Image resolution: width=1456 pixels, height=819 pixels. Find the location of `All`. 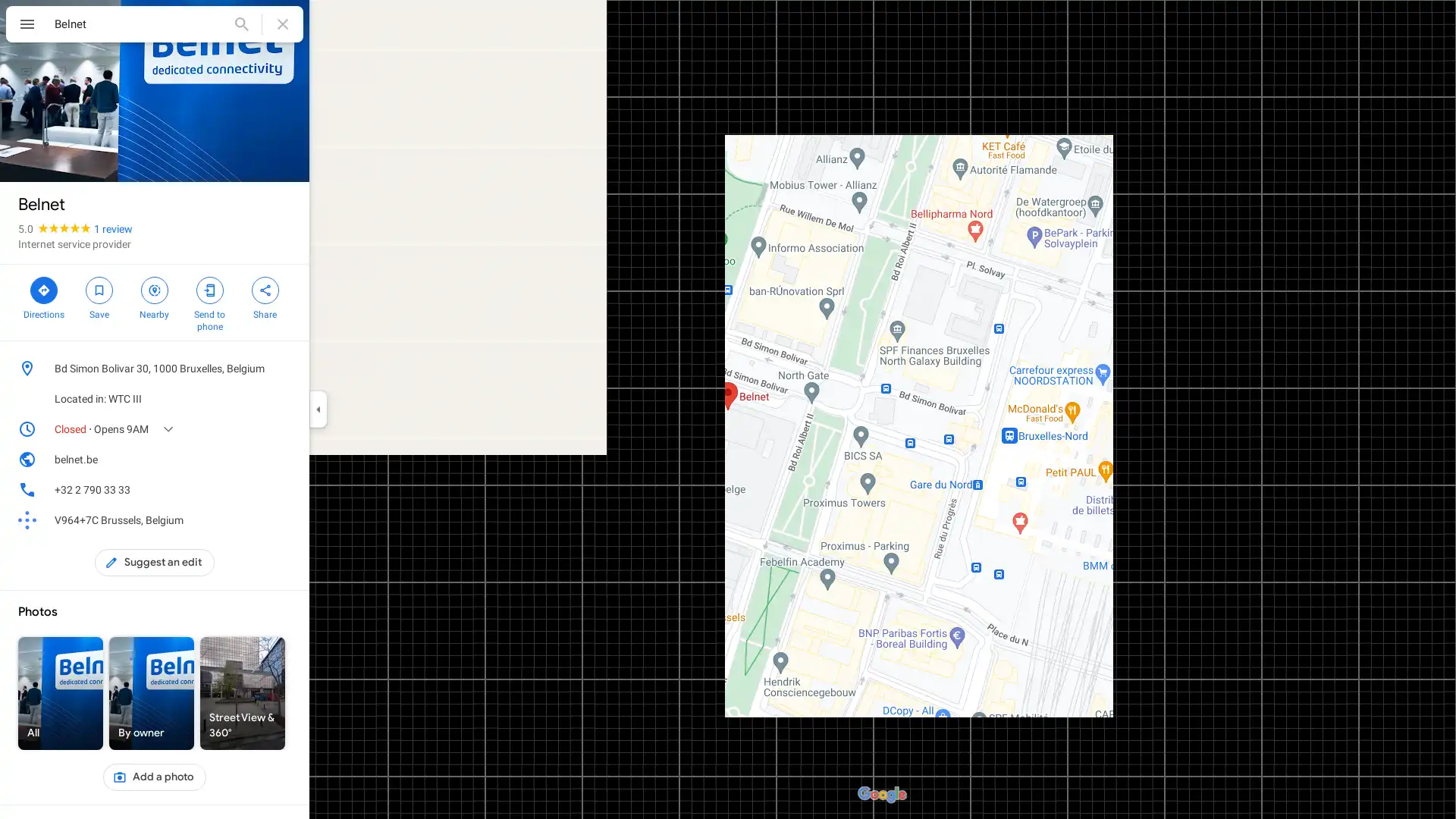

All is located at coordinates (61, 693).